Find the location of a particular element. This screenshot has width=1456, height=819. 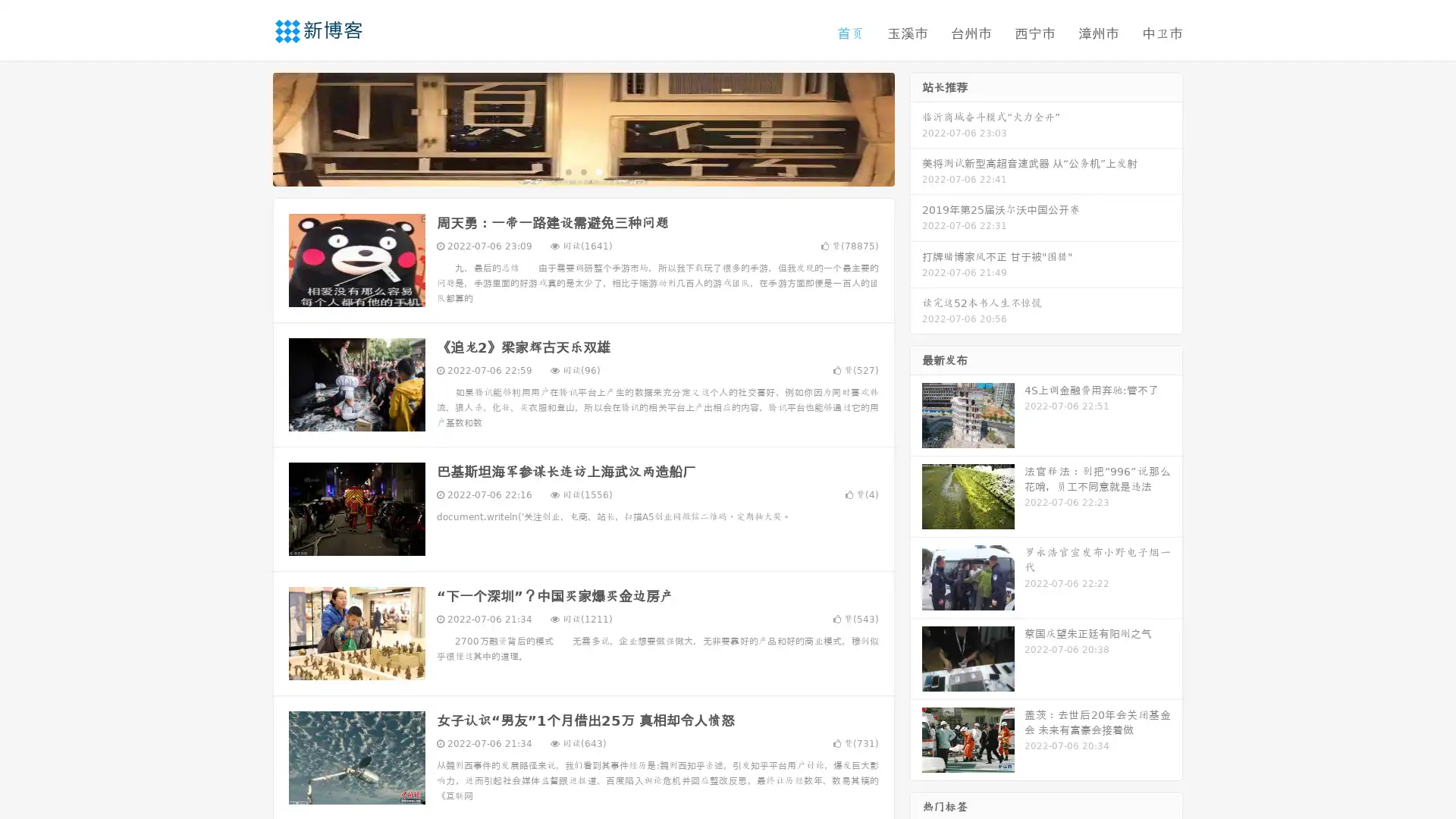

Go to slide 2 is located at coordinates (582, 171).